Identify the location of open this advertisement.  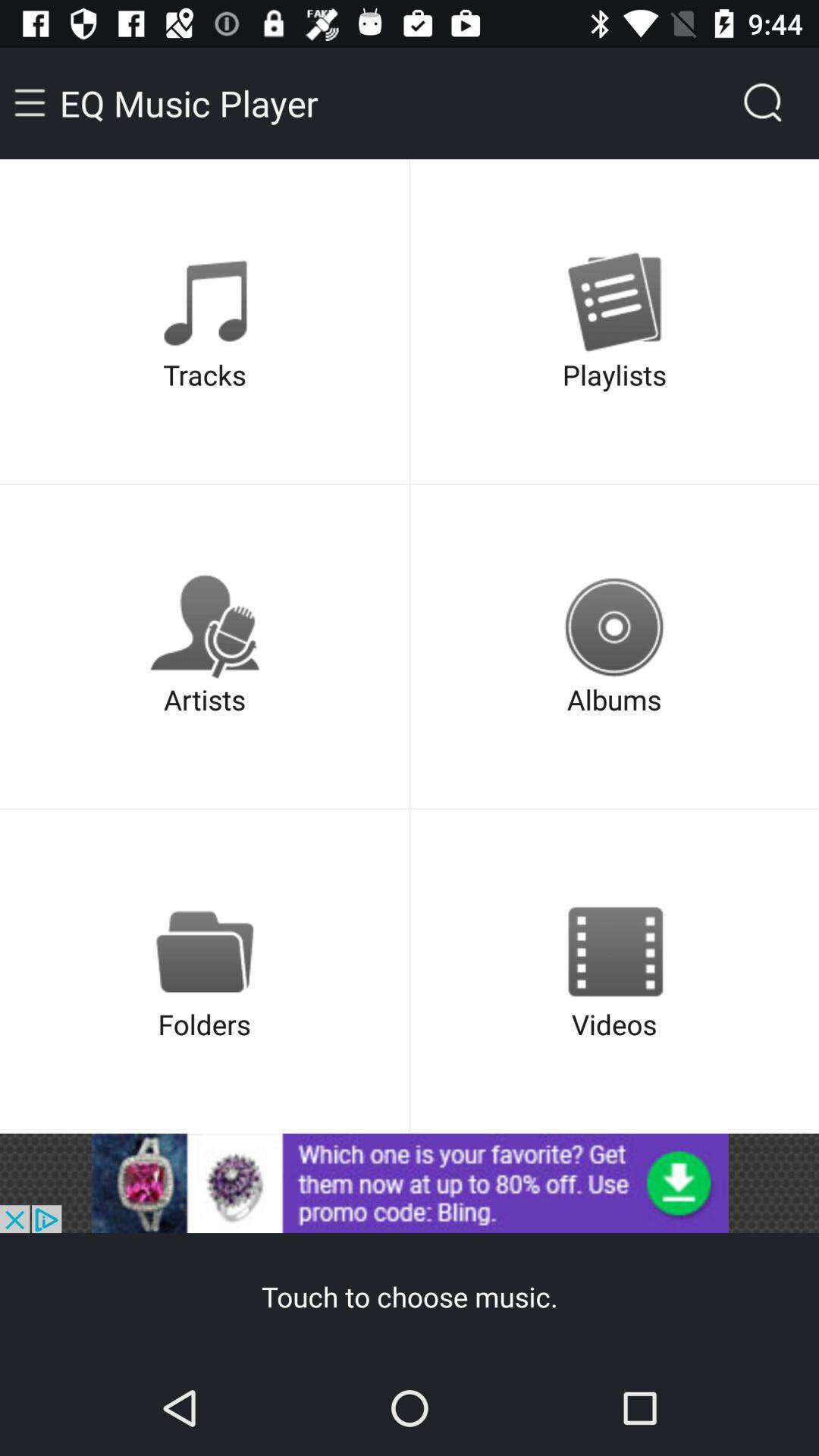
(409, 1182).